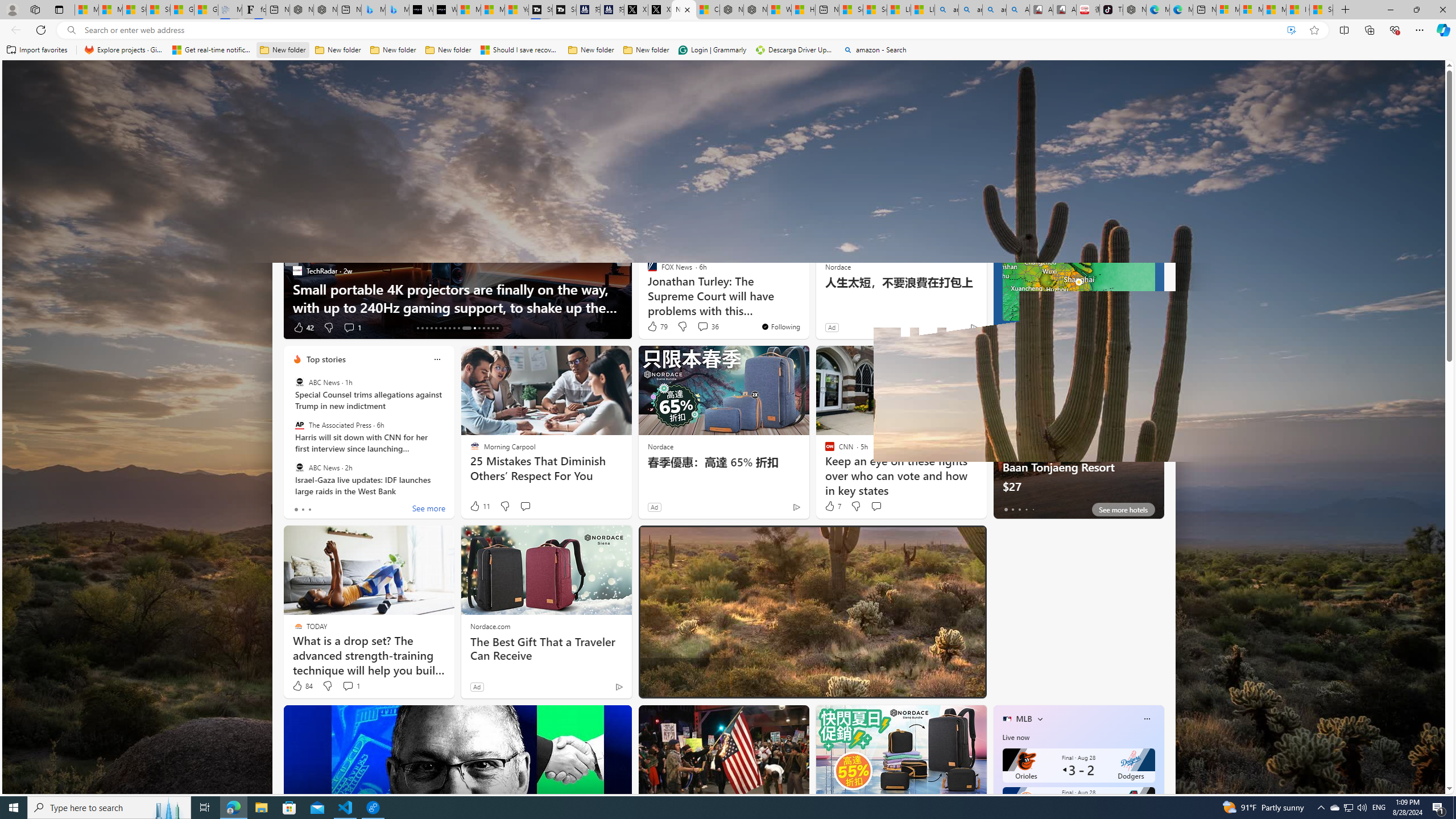 This screenshot has height=819, width=1456. I want to click on 'Browser essentials', so click(1394, 29).